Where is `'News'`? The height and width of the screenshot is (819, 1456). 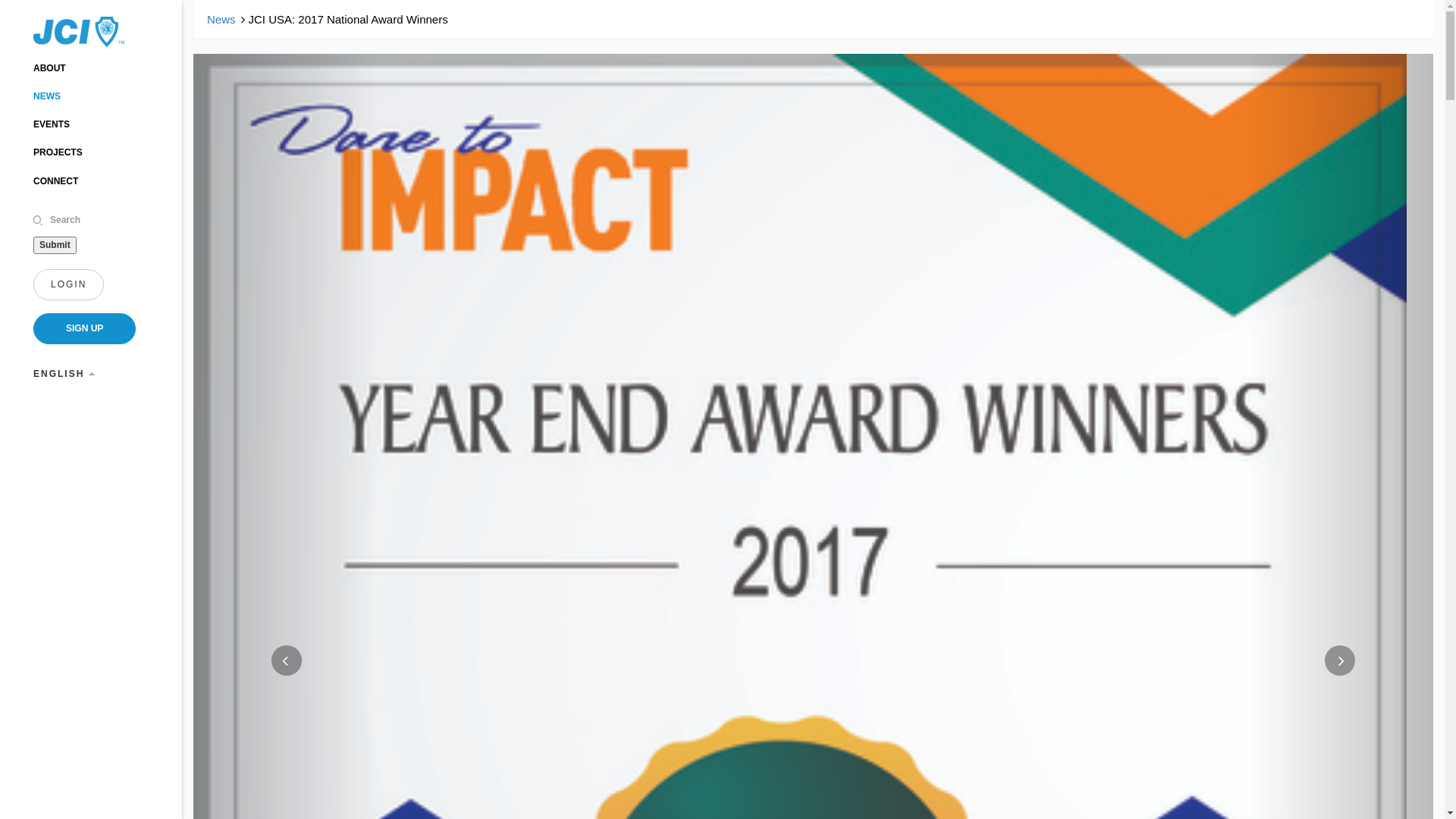
'News' is located at coordinates (221, 19).